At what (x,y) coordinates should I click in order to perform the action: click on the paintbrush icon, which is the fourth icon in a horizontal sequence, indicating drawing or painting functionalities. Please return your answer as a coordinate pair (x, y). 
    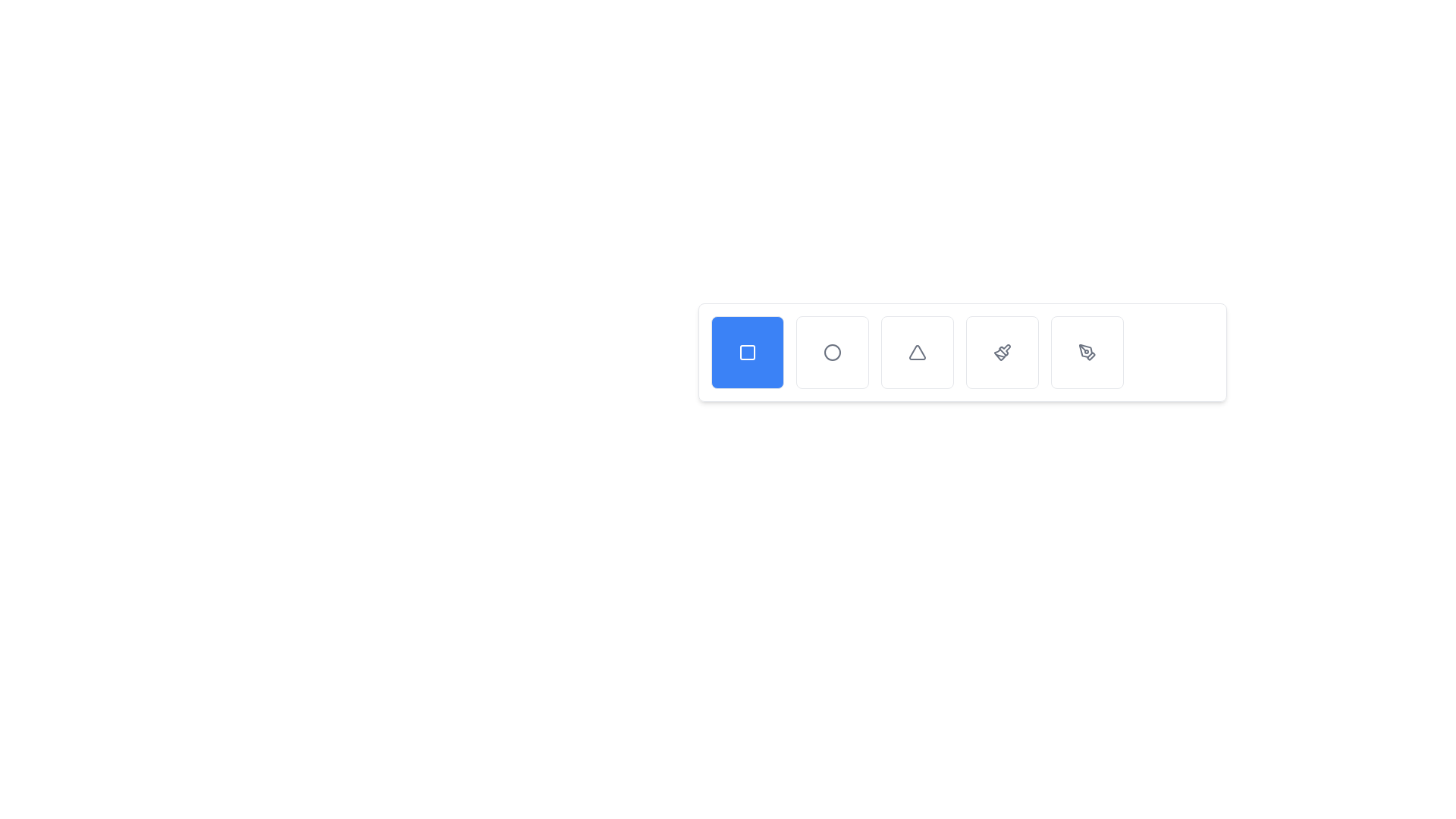
    Looking at the image, I should click on (1005, 350).